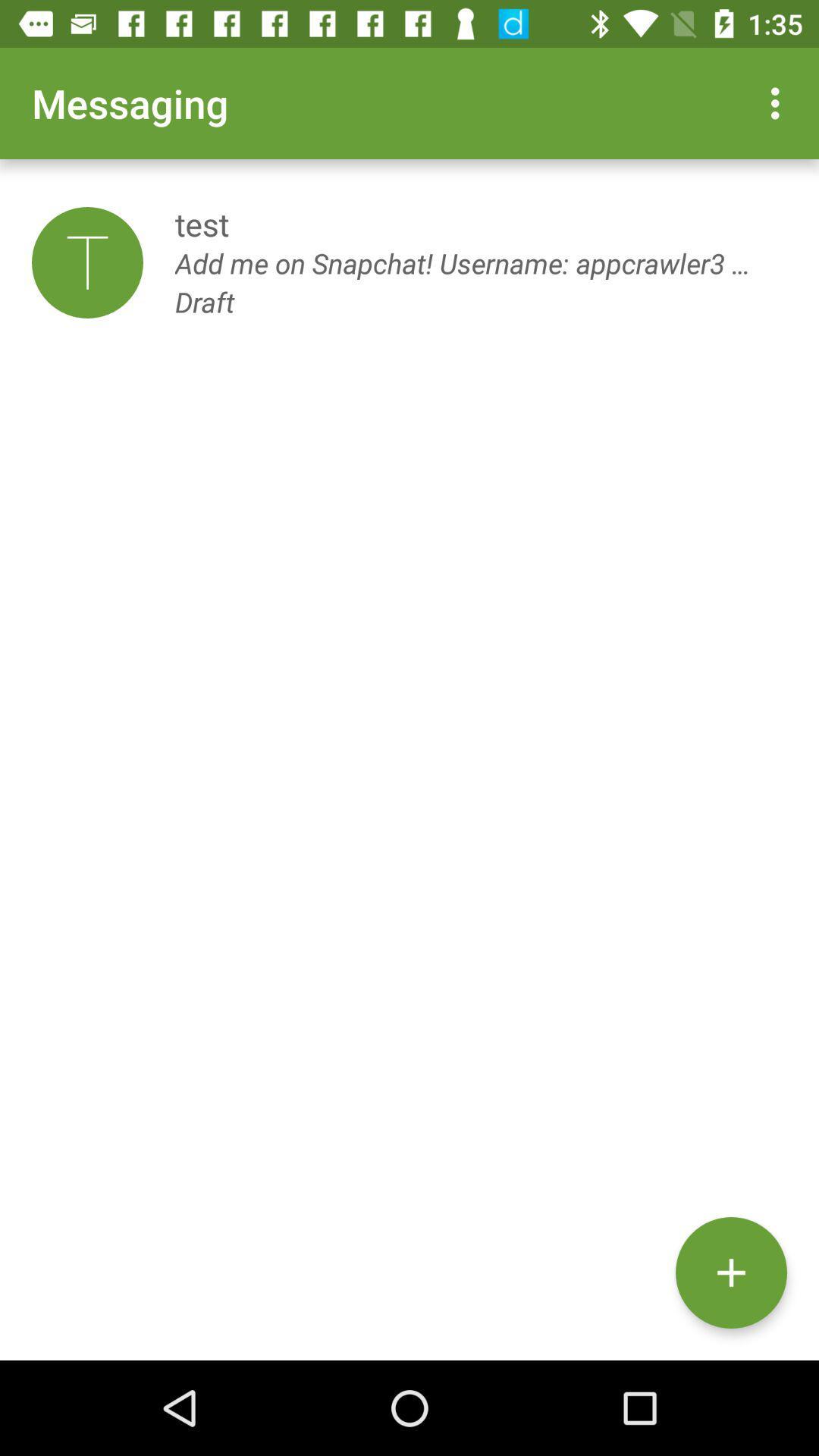 The height and width of the screenshot is (1456, 819). What do you see at coordinates (730, 1272) in the screenshot?
I see `the add icon` at bounding box center [730, 1272].